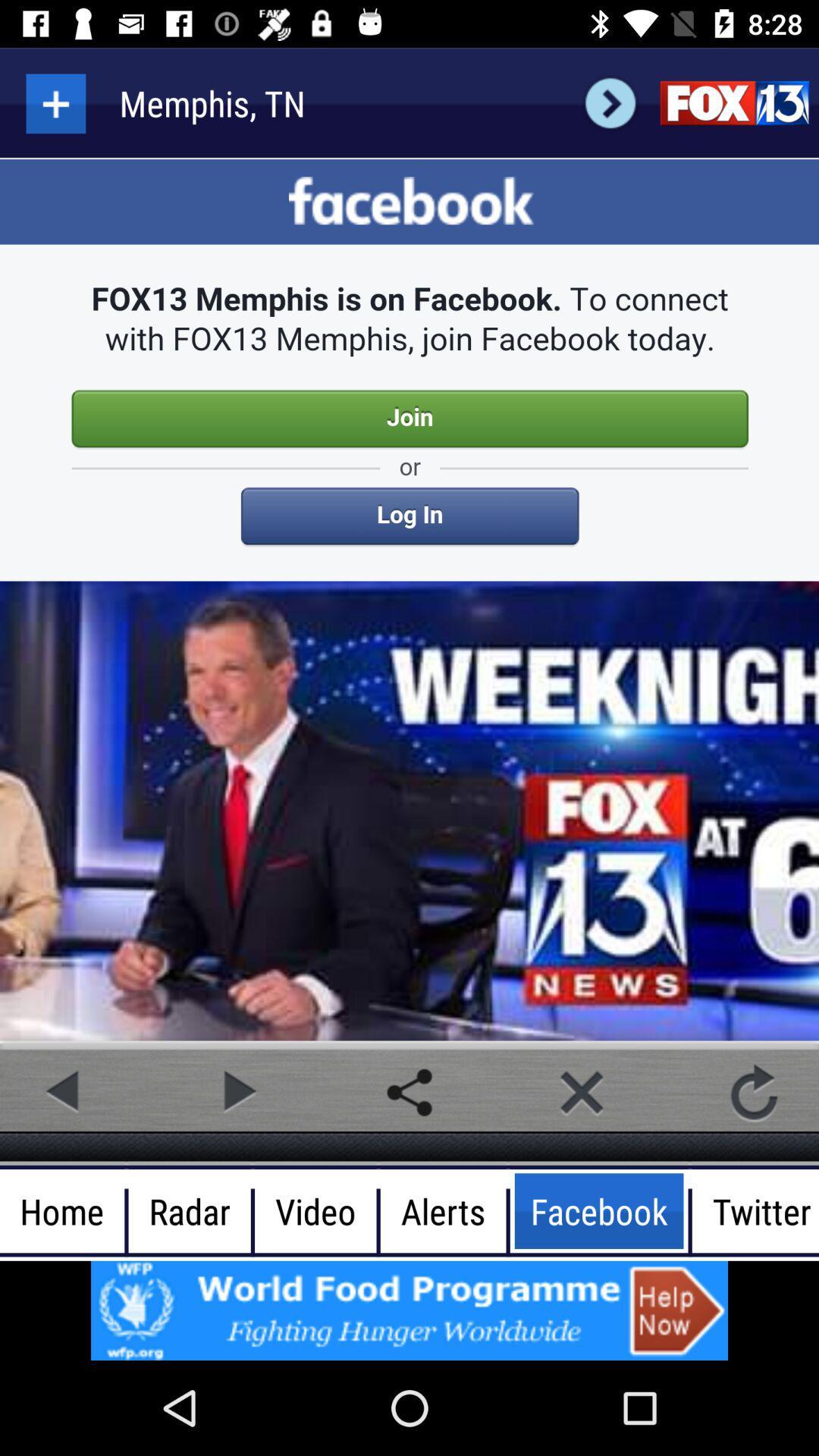  I want to click on refresh, so click(754, 1092).